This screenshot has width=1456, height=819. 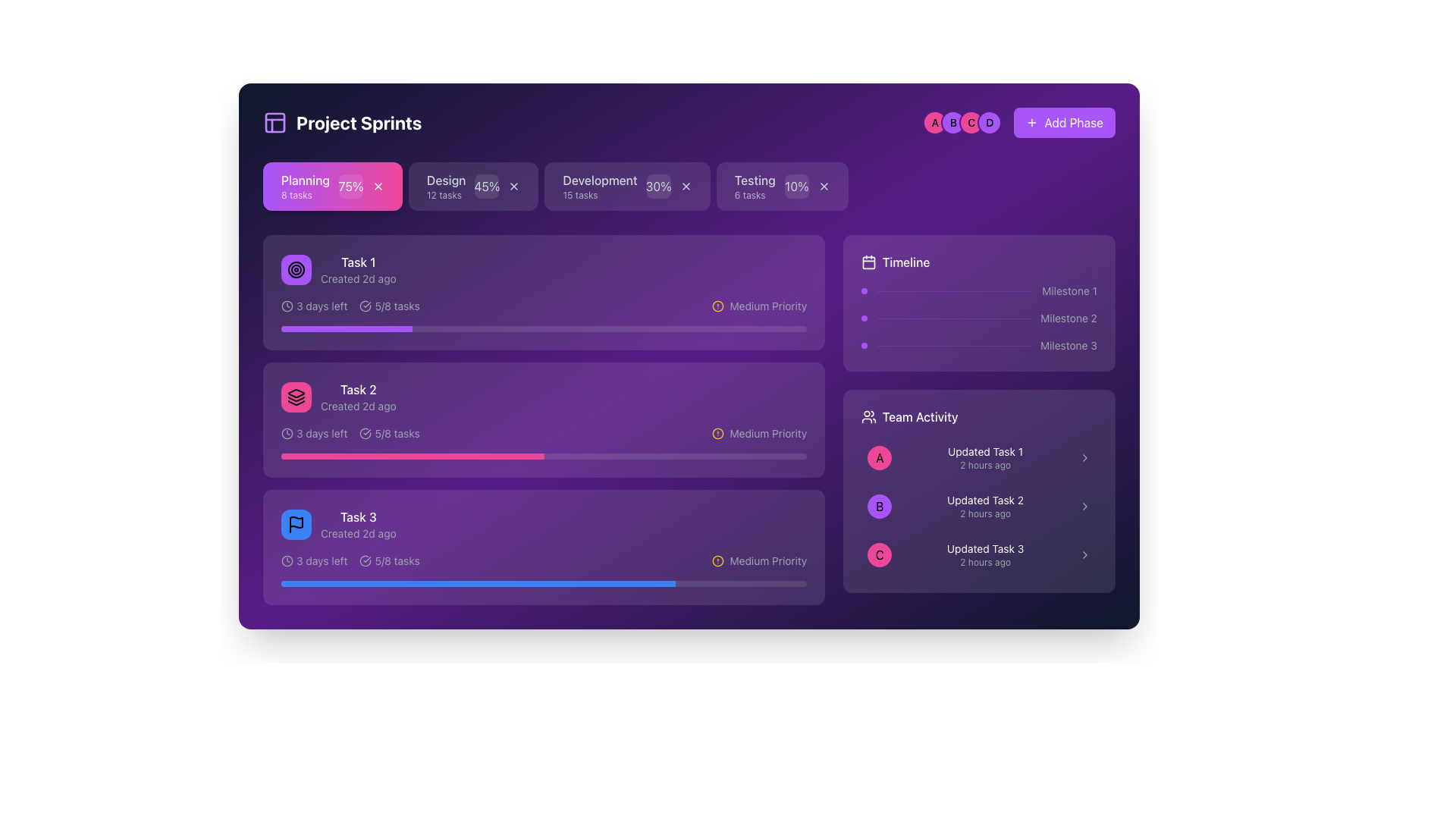 What do you see at coordinates (985, 451) in the screenshot?
I see `the text label reading 'Updated Task 1', which is styled in white font on a dark purple background, located at the top of the 'Team Activity' section` at bounding box center [985, 451].